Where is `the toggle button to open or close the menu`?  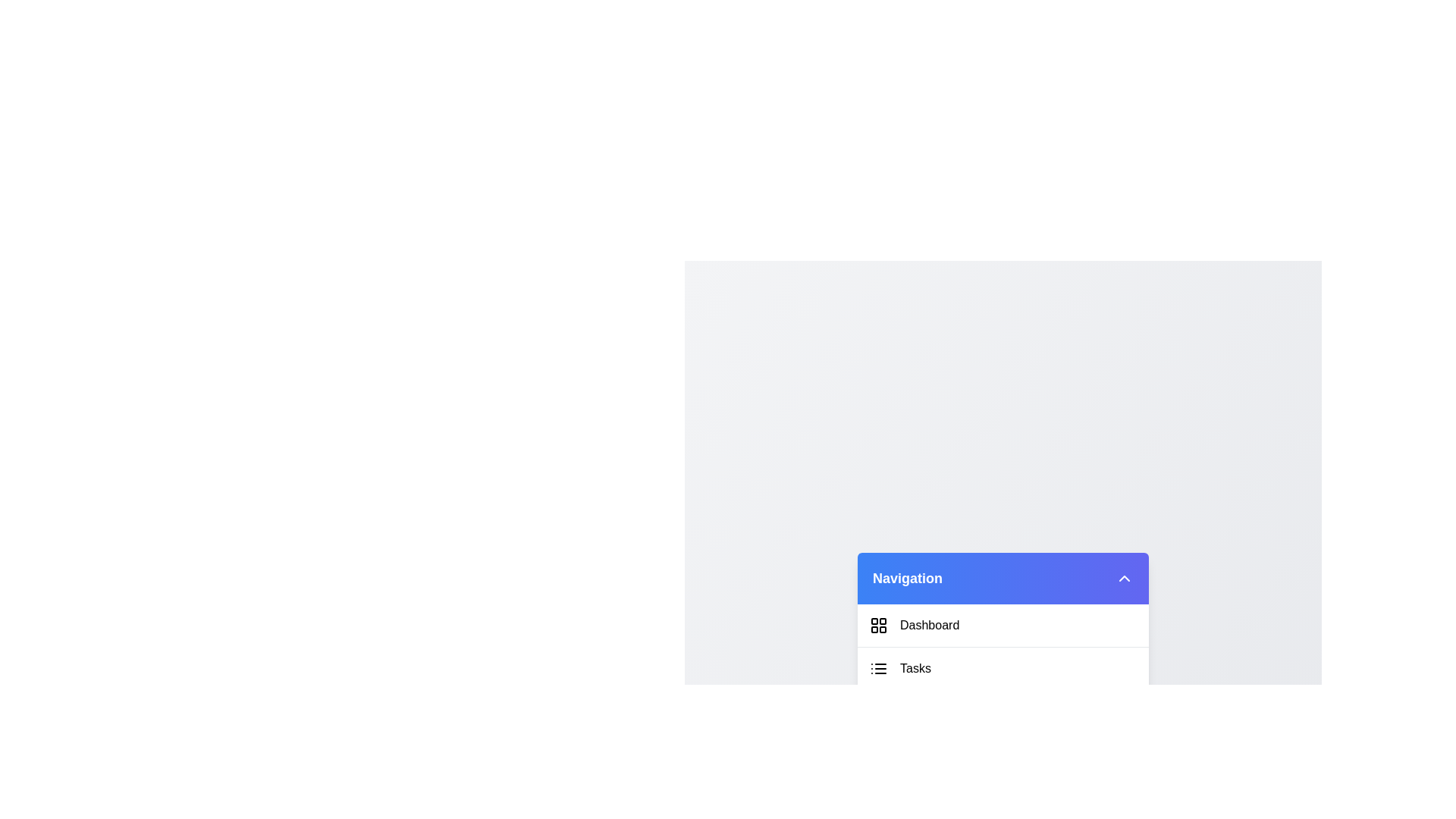 the toggle button to open or close the menu is located at coordinates (1125, 579).